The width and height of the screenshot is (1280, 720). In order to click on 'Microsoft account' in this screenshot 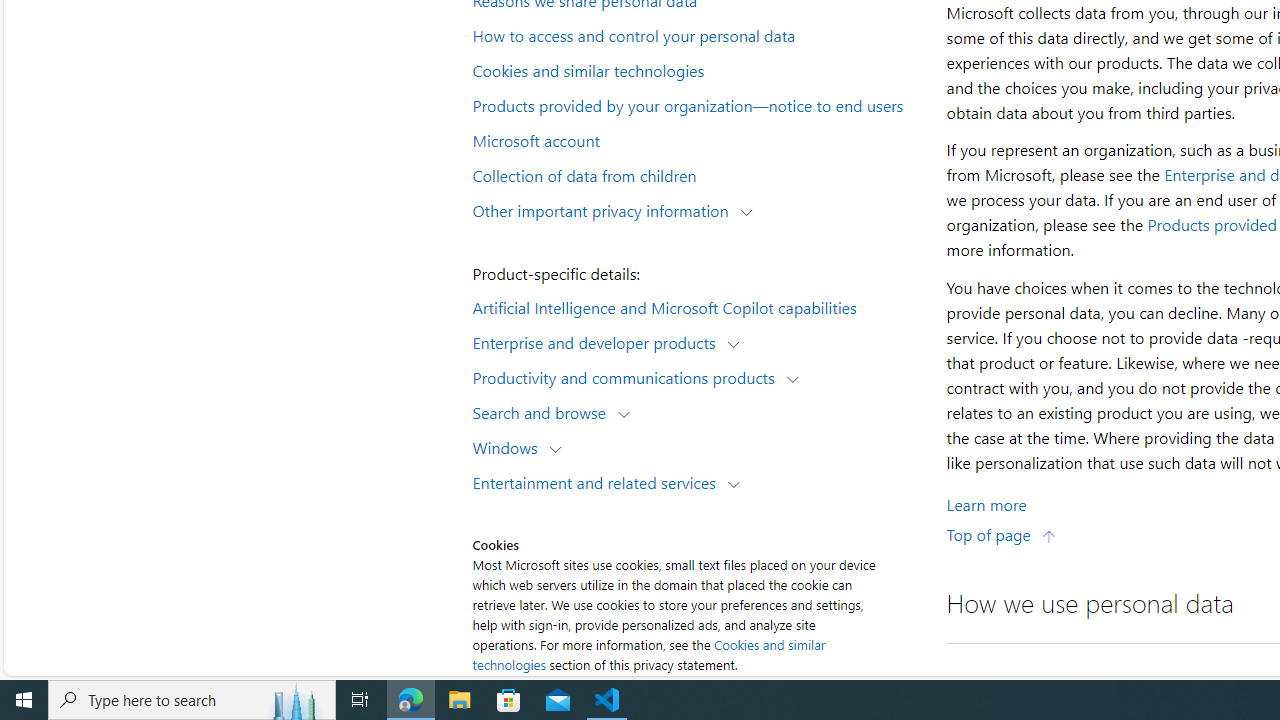, I will do `click(696, 138)`.